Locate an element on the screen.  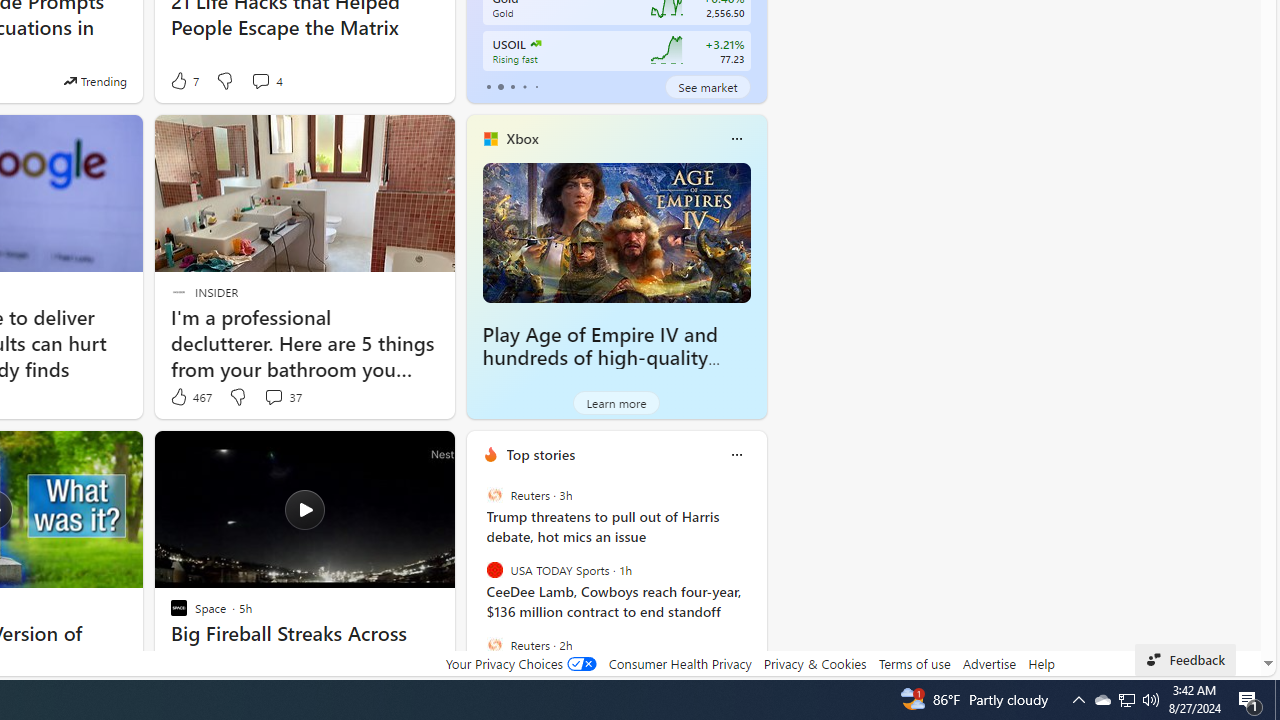
'Your Privacy Choices' is located at coordinates (520, 663).